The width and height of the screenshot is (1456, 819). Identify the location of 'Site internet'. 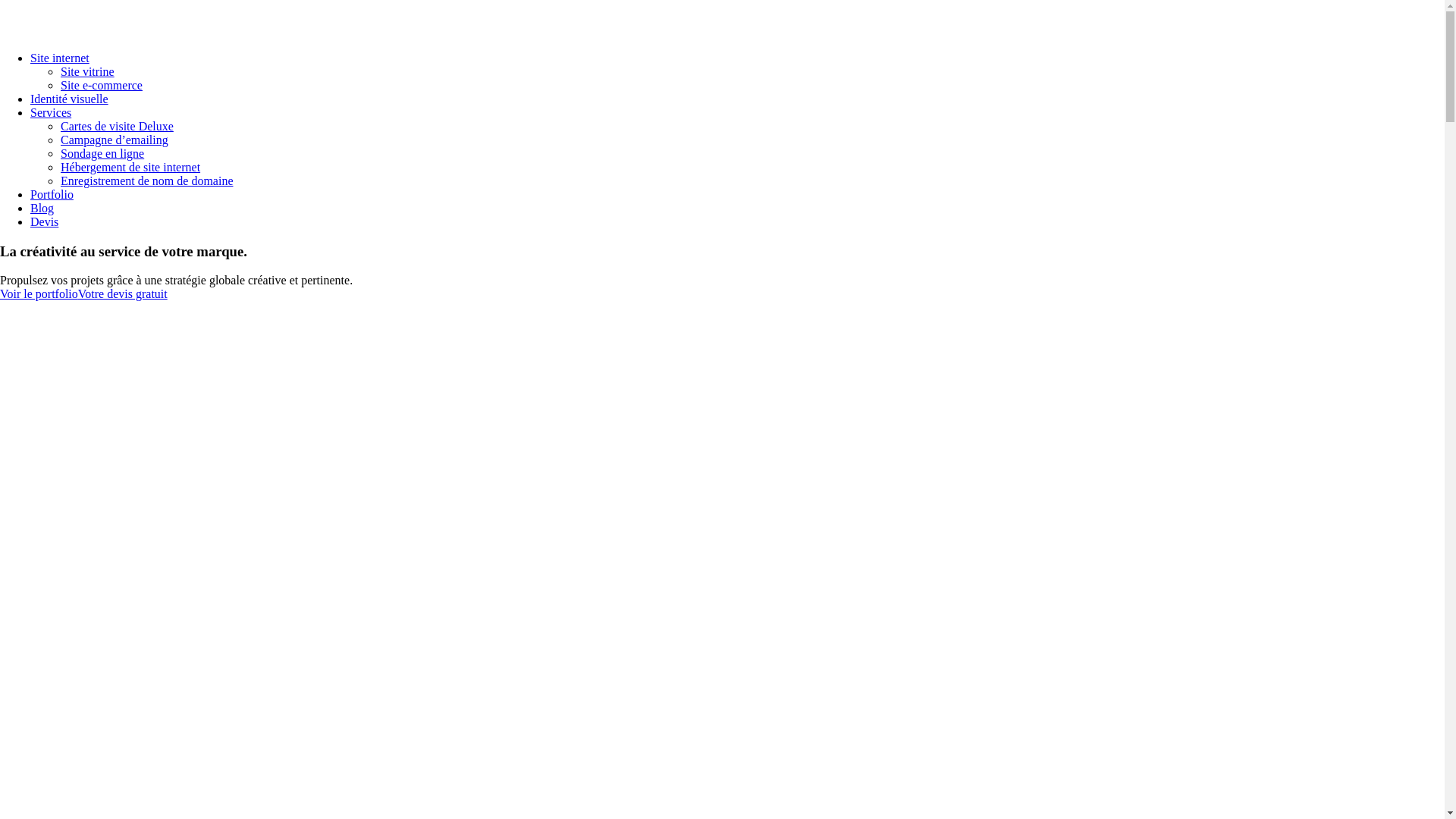
(30, 57).